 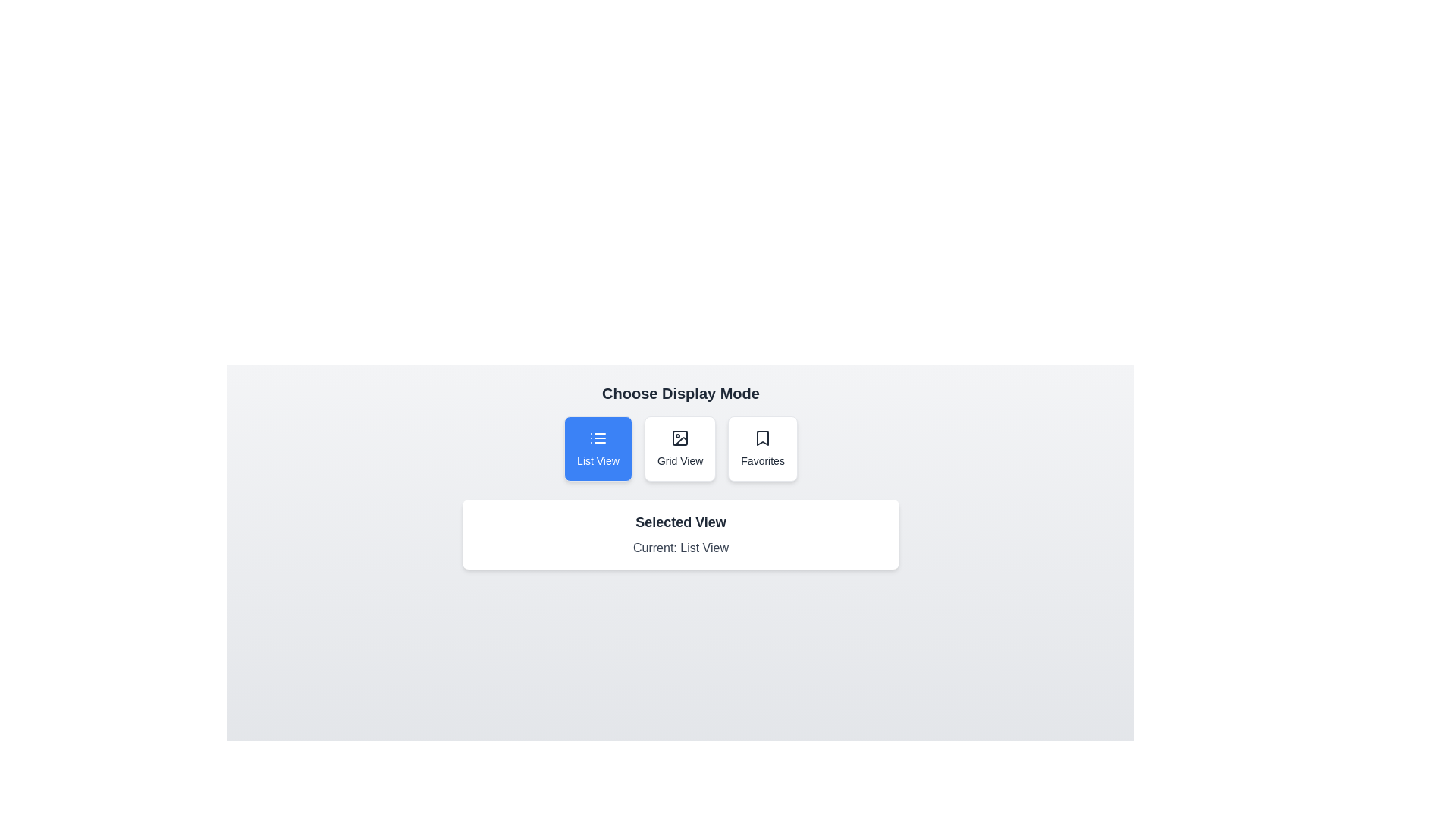 What do you see at coordinates (763, 447) in the screenshot?
I see `the view option Favorites by clicking on its button` at bounding box center [763, 447].